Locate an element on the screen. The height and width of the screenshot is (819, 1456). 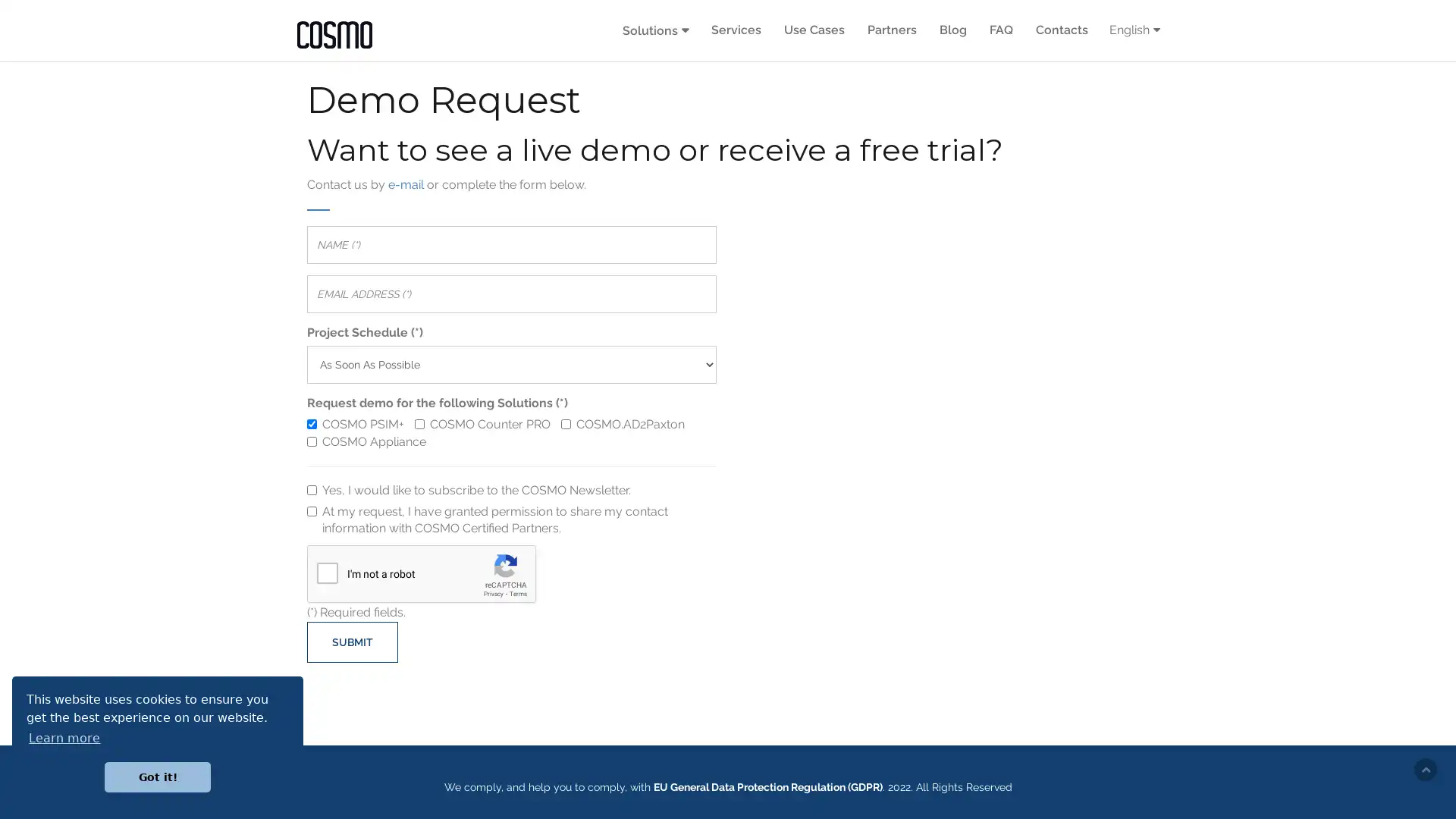
SUBMIT is located at coordinates (352, 642).